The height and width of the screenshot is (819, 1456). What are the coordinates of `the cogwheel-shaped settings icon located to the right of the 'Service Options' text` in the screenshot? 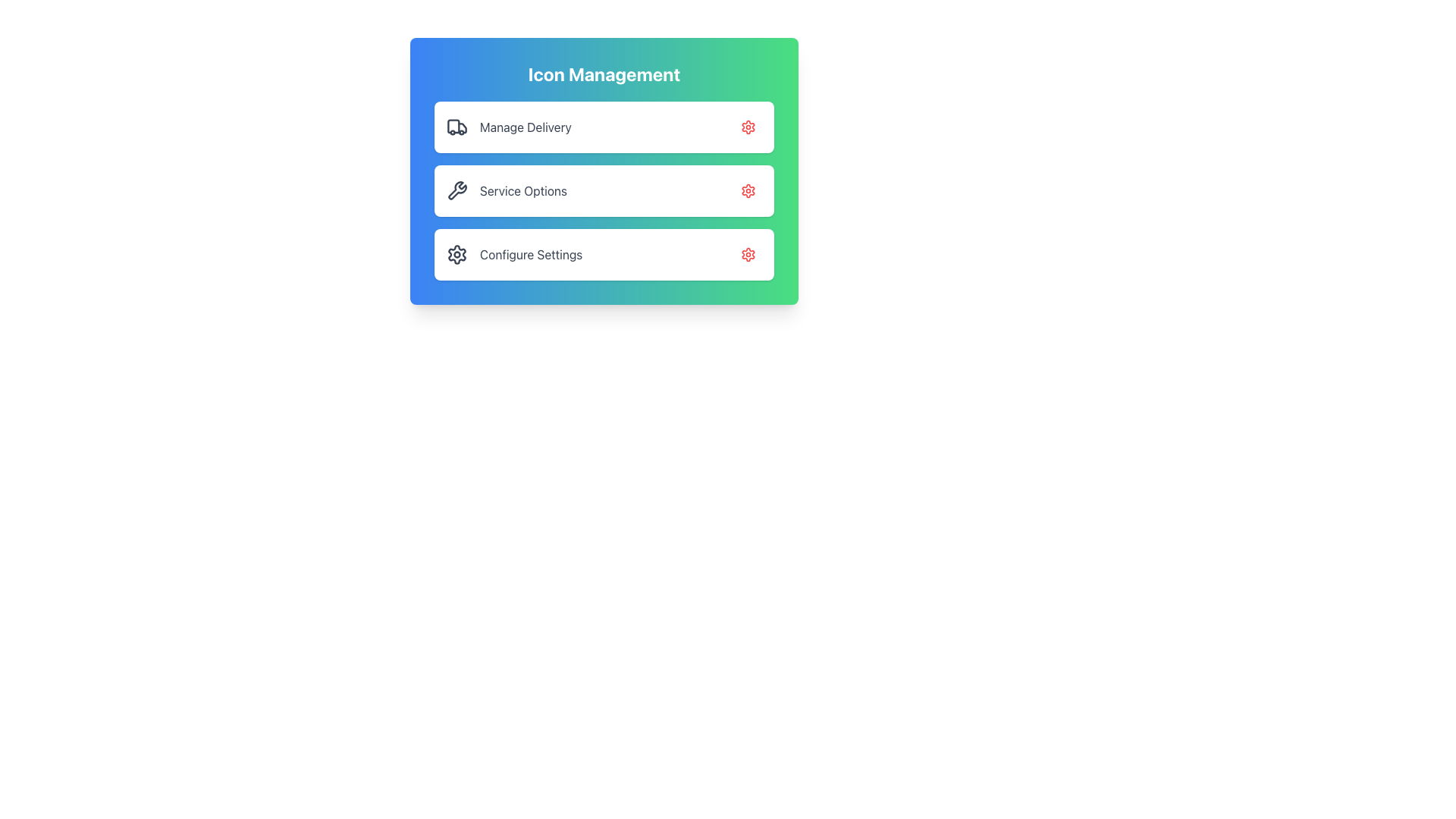 It's located at (748, 190).